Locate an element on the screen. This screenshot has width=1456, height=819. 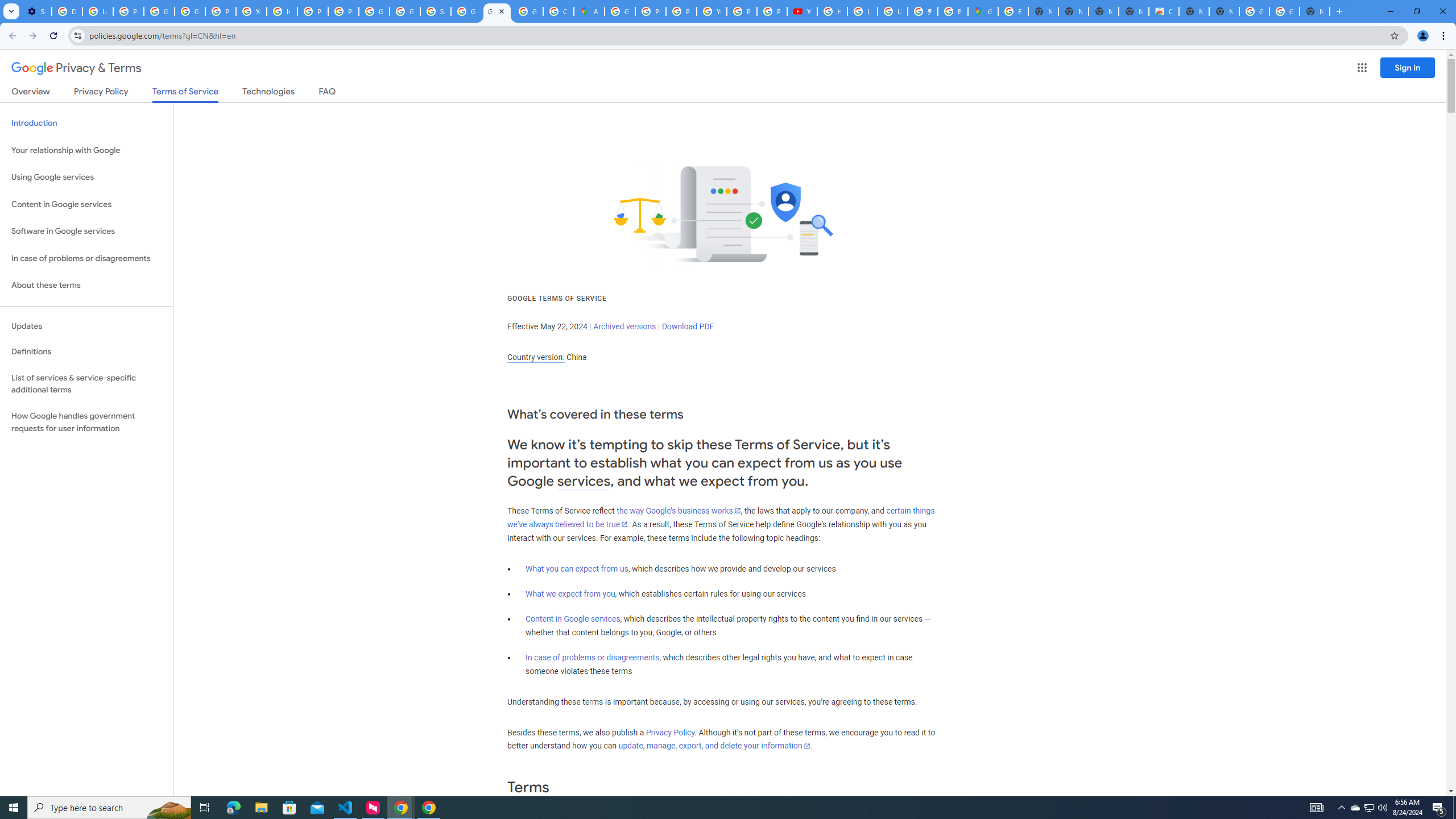
'How Google handles government requests for user information' is located at coordinates (86, 422).